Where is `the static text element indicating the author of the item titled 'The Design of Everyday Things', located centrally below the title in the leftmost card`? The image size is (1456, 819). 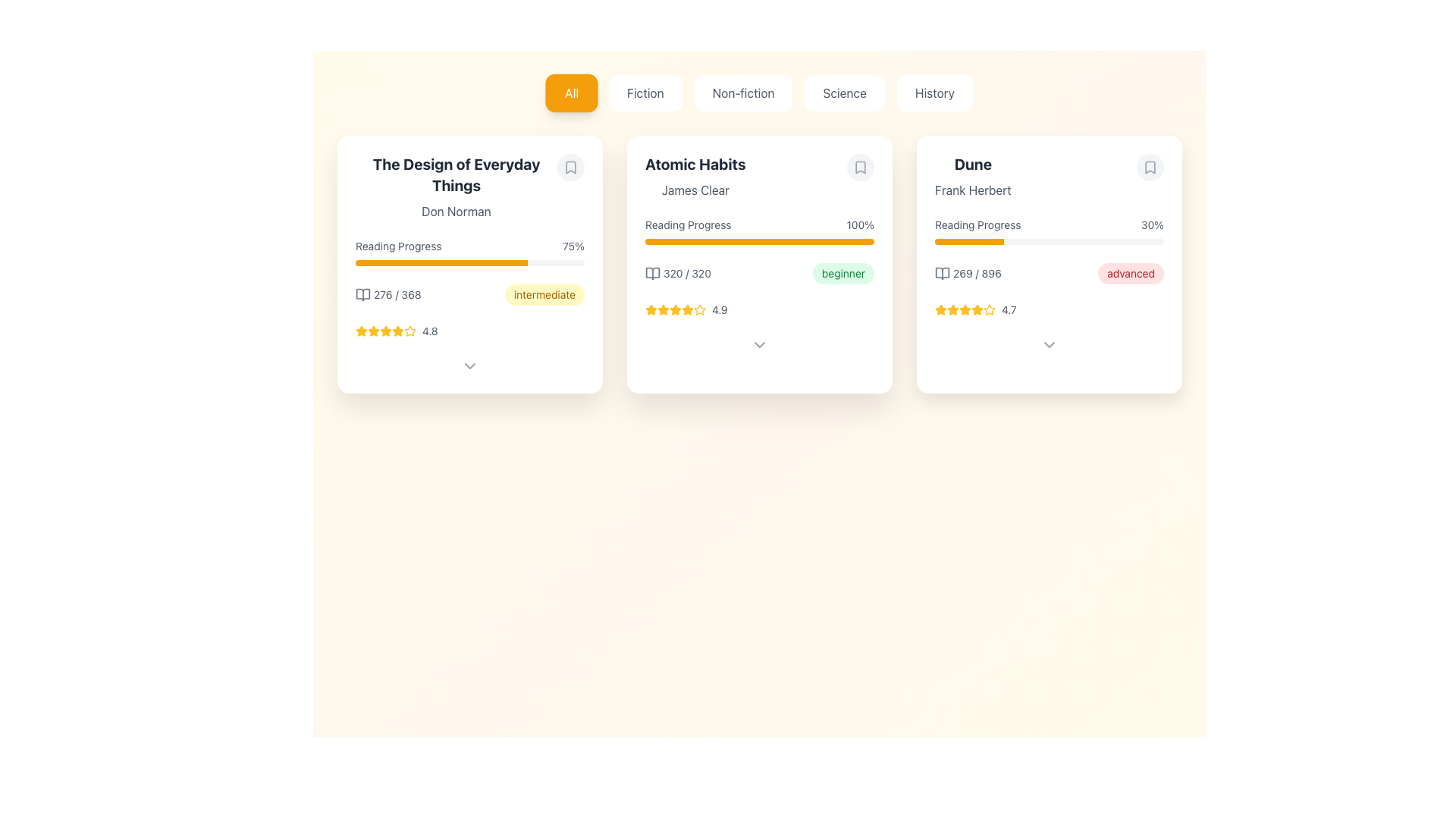 the static text element indicating the author of the item titled 'The Design of Everyday Things', located centrally below the title in the leftmost card is located at coordinates (455, 211).